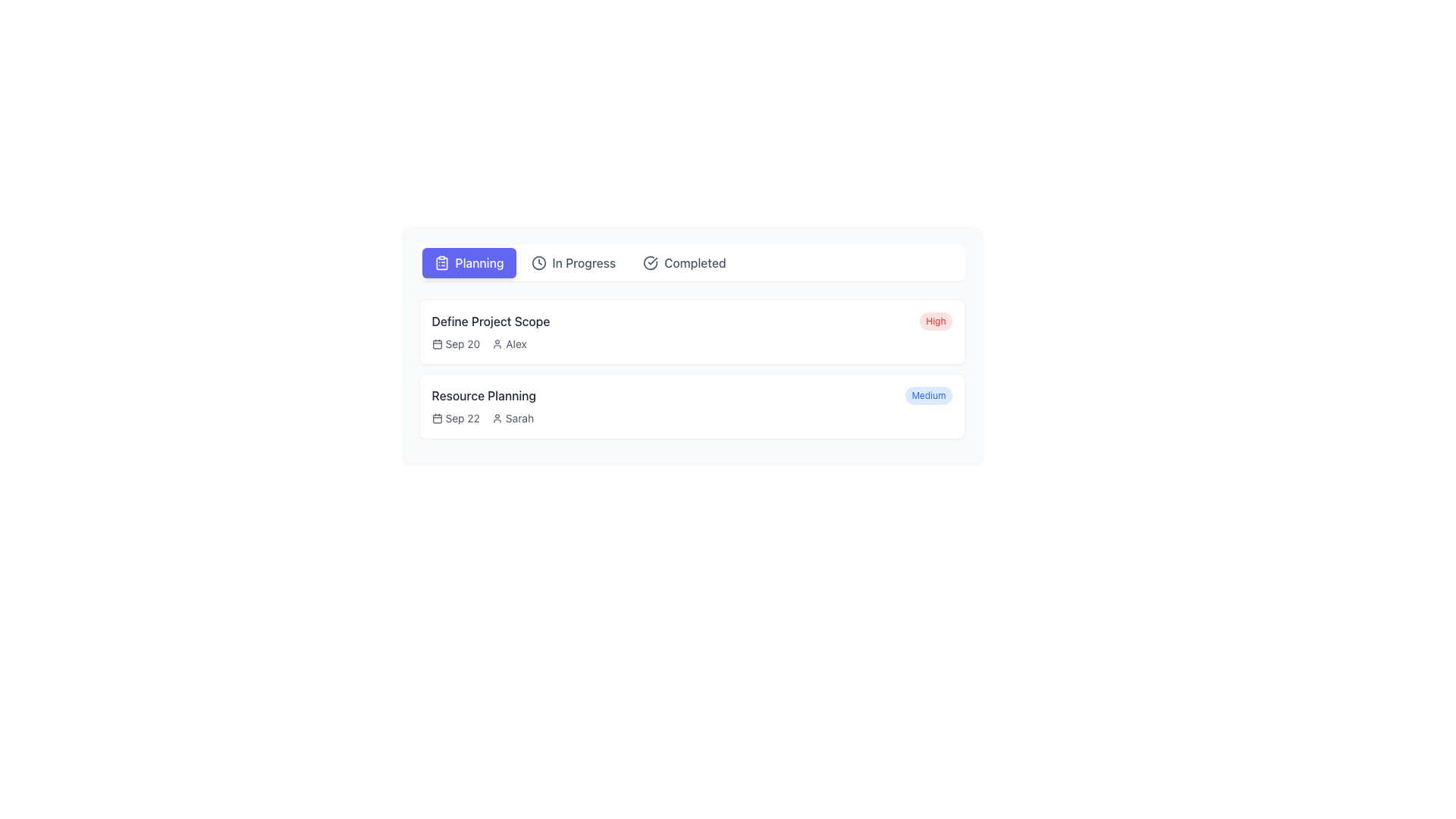  Describe the element at coordinates (651, 262) in the screenshot. I see `the icon representing a circle with a check mark inside it, which is located directly to the left of the text label 'Completed' in the tab-like navigation bar` at that location.